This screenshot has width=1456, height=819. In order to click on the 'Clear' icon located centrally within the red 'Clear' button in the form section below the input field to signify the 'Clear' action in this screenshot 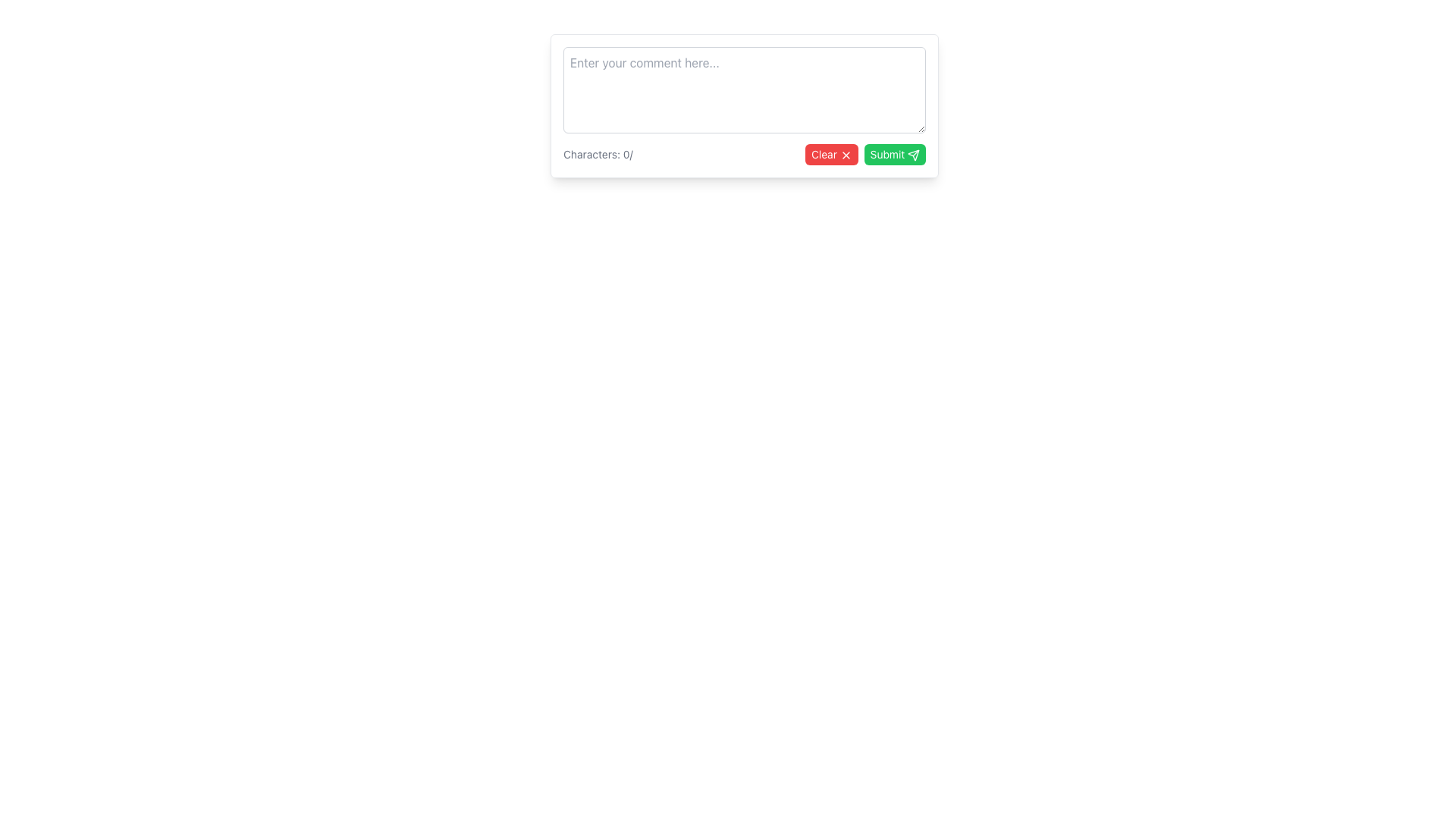, I will do `click(845, 155)`.